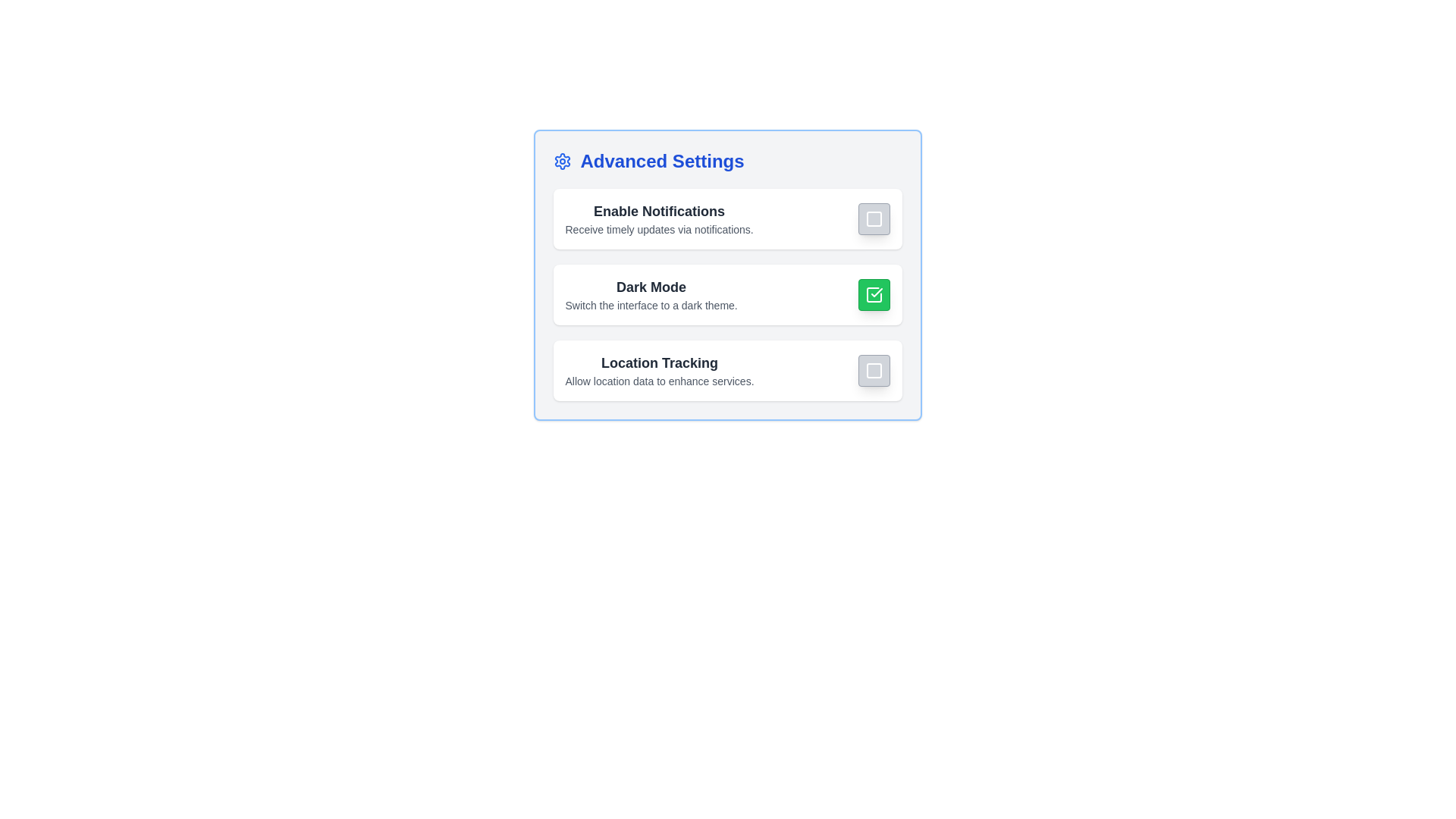 The width and height of the screenshot is (1456, 819). Describe the element at coordinates (651, 295) in the screenshot. I see `the 'Dark Mode' descriptive text label, which is part of the settings list and is located between 'Enable Notifications' and 'Location Tracking'` at that location.